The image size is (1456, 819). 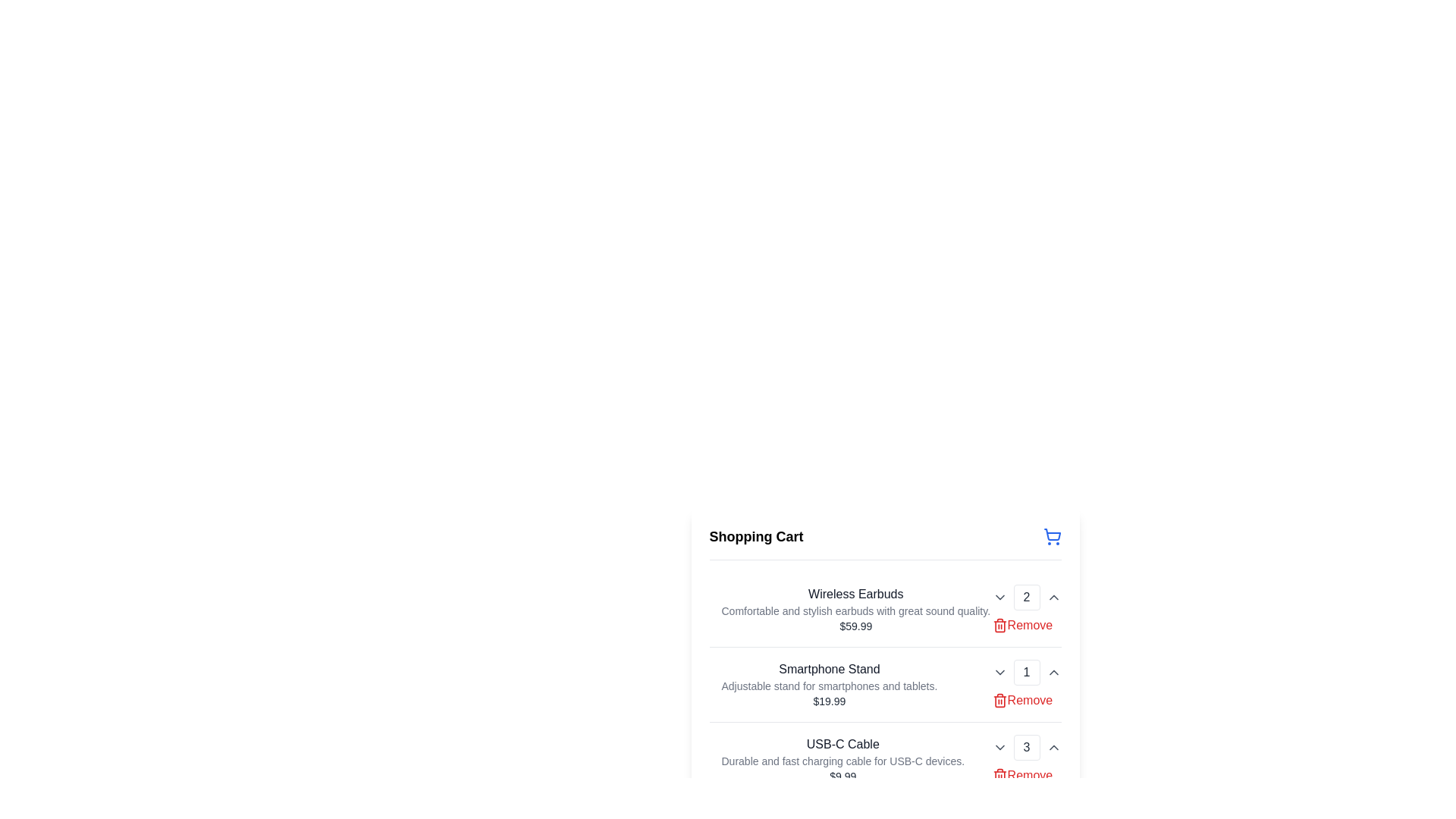 I want to click on the trash can icon, which is a simple line style SVG component located to the right of the shopping cart list item, so click(x=999, y=626).